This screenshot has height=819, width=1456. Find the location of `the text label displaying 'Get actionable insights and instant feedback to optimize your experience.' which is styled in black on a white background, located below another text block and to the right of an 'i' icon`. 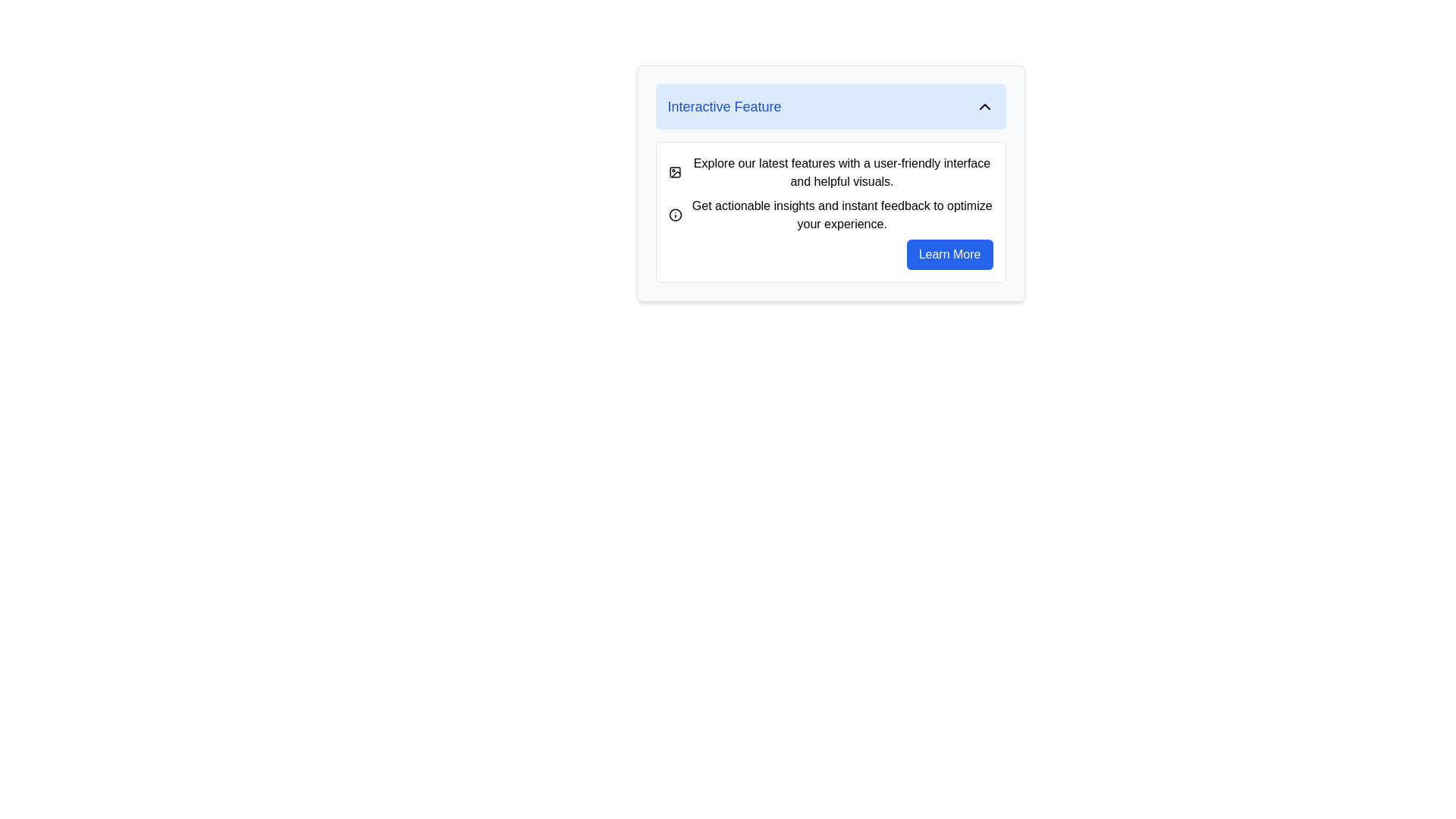

the text label displaying 'Get actionable insights and instant feedback to optimize your experience.' which is styled in black on a white background, located below another text block and to the right of an 'i' icon is located at coordinates (841, 215).